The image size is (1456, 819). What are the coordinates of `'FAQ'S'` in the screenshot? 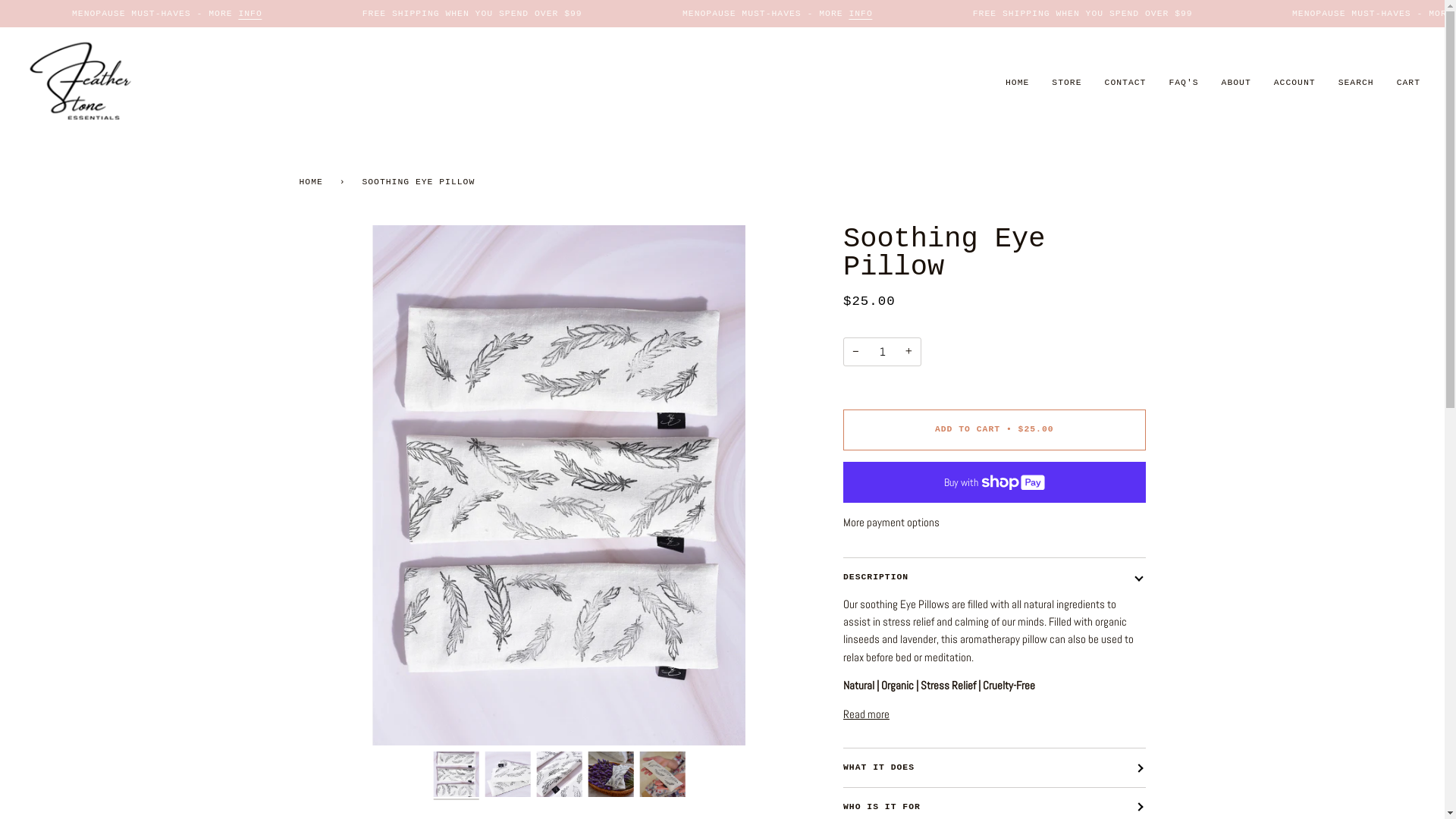 It's located at (1182, 82).